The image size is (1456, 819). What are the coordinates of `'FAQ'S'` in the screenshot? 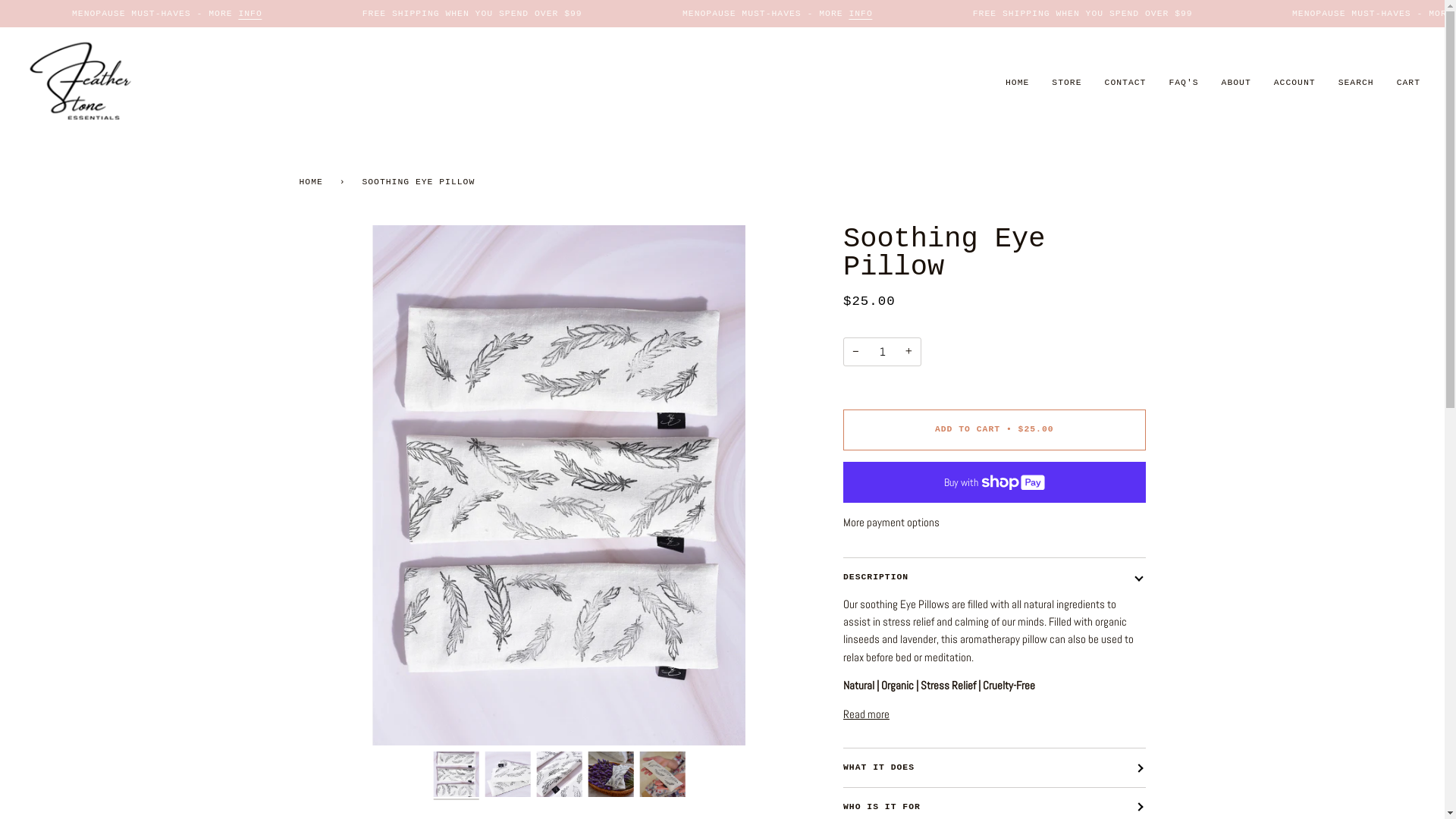 It's located at (1182, 82).